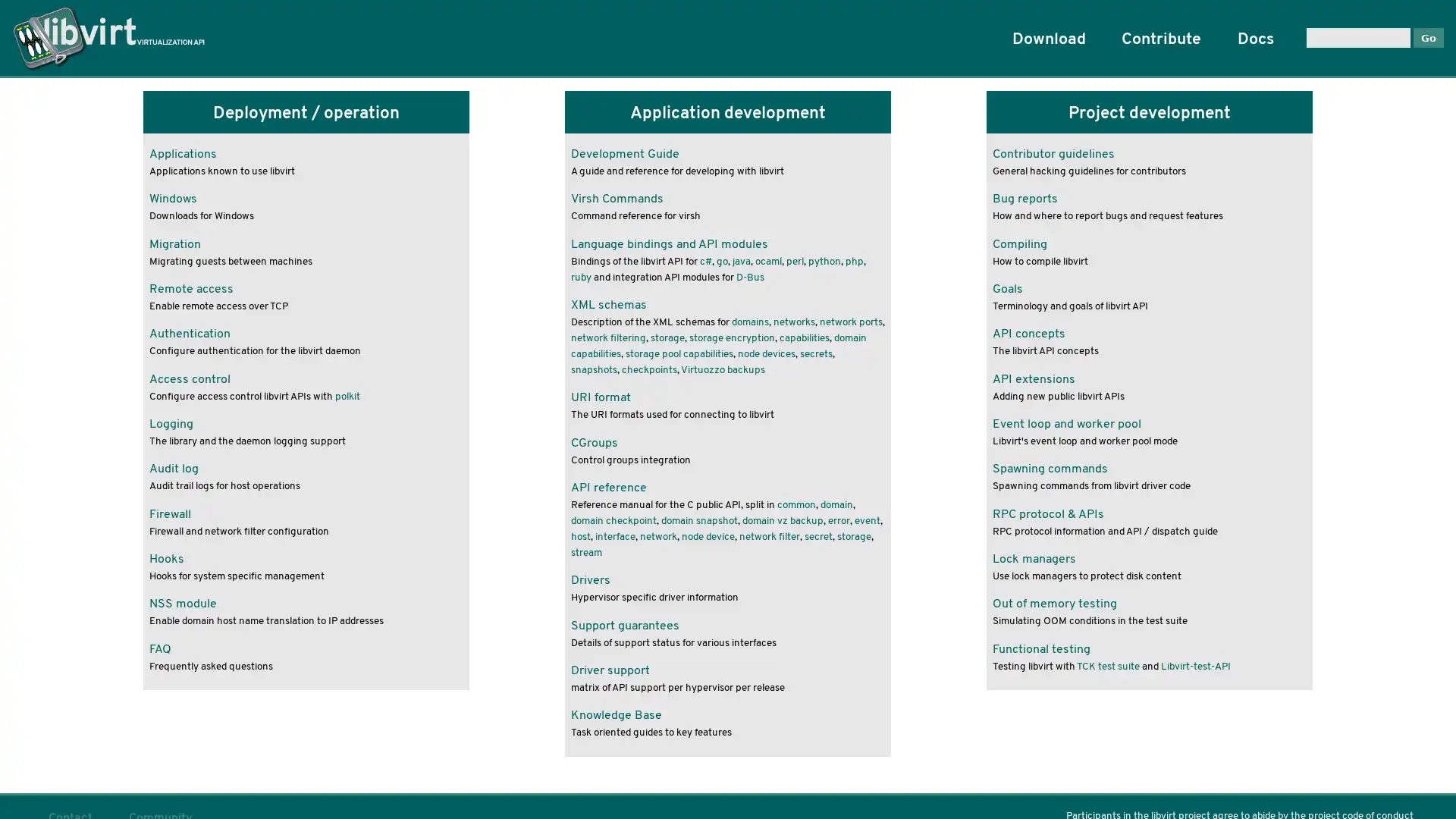 The height and width of the screenshot is (819, 1456). What do you see at coordinates (1427, 36) in the screenshot?
I see `Go` at bounding box center [1427, 36].